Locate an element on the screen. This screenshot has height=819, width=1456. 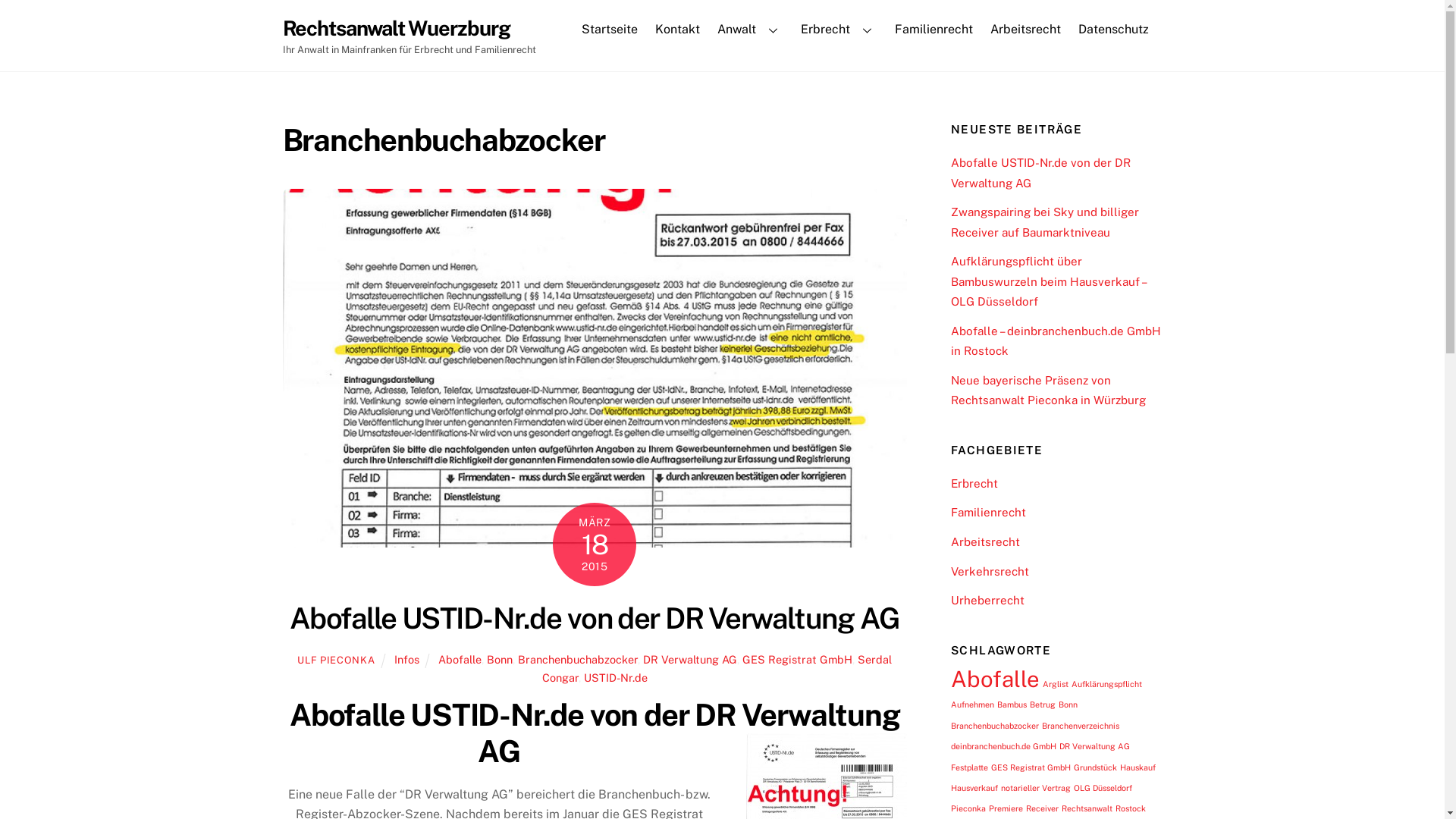
'Aufnehmen' is located at coordinates (972, 704).